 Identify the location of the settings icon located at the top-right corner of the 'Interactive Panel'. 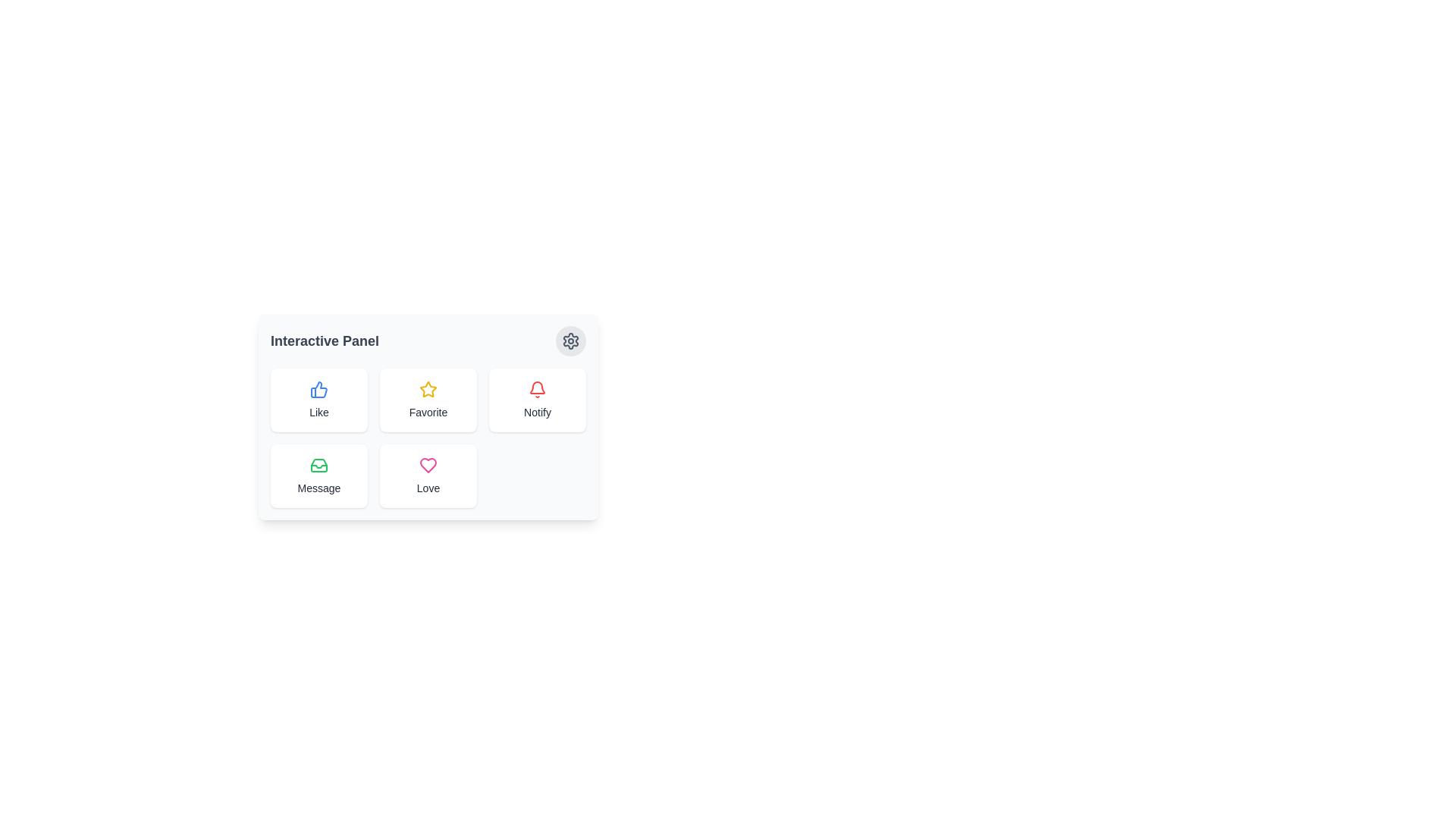
(570, 341).